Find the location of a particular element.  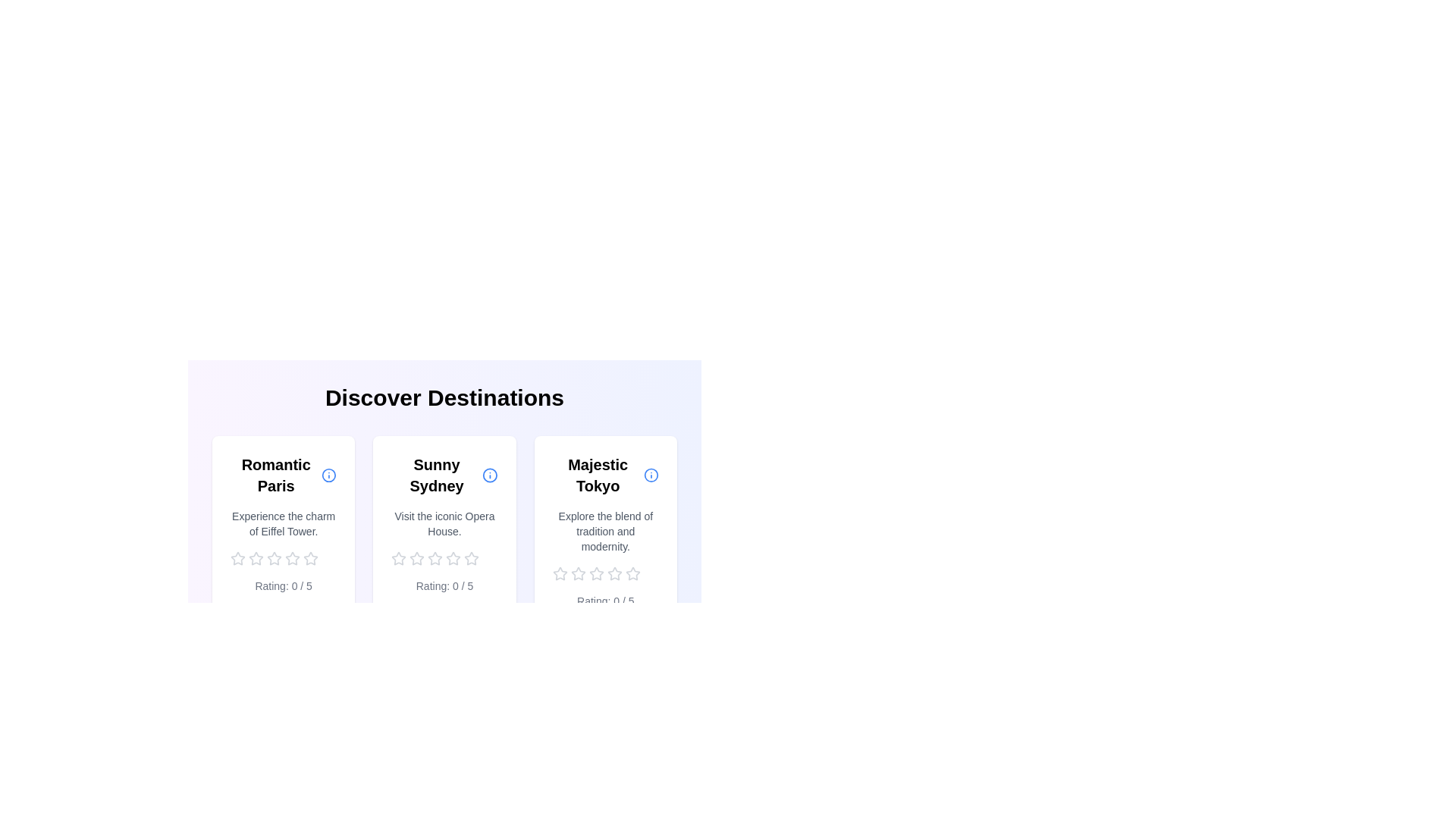

the title and description of the location card for 'Romantic Paris' is located at coordinates (284, 475).